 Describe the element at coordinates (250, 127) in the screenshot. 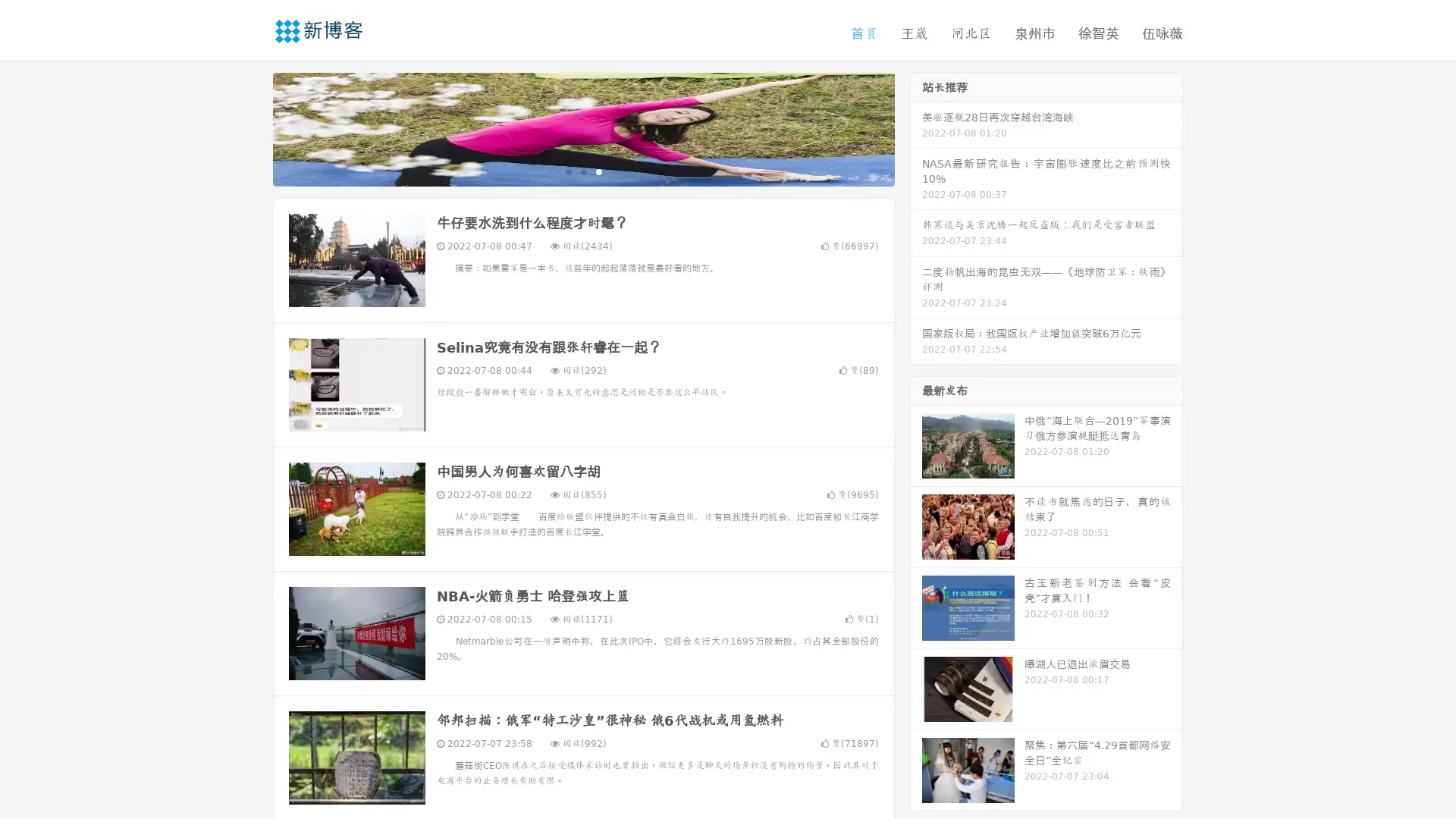

I see `Previous slide` at that location.